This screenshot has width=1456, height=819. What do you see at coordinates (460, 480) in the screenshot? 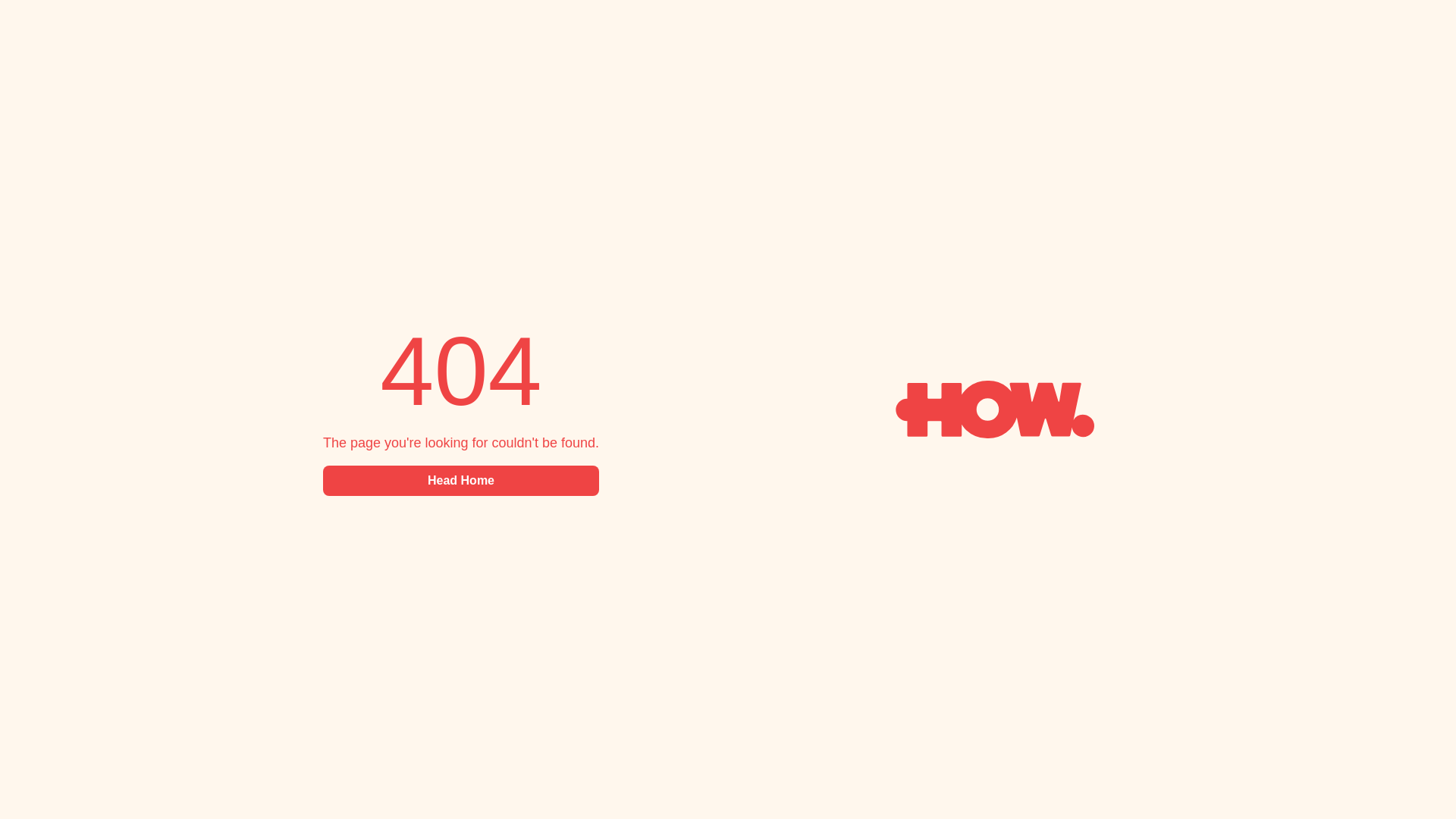
I see `'Head Home'` at bounding box center [460, 480].